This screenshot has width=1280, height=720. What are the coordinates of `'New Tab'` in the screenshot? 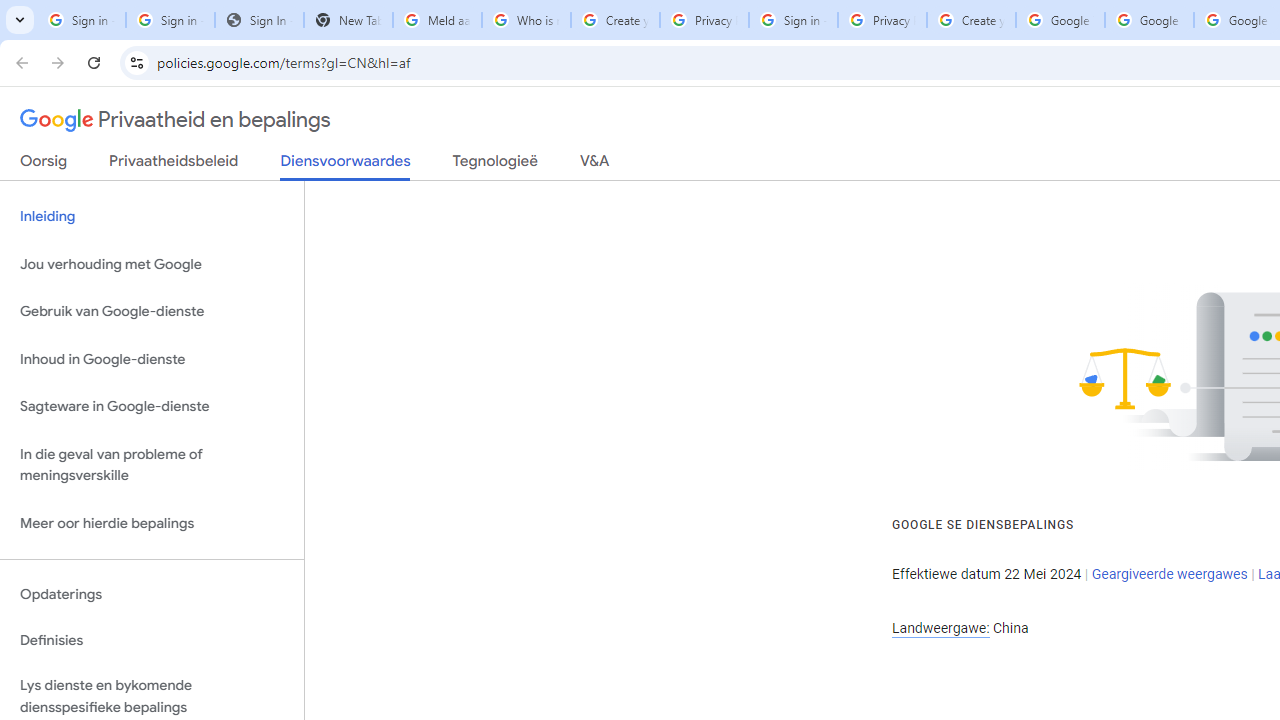 It's located at (348, 20).